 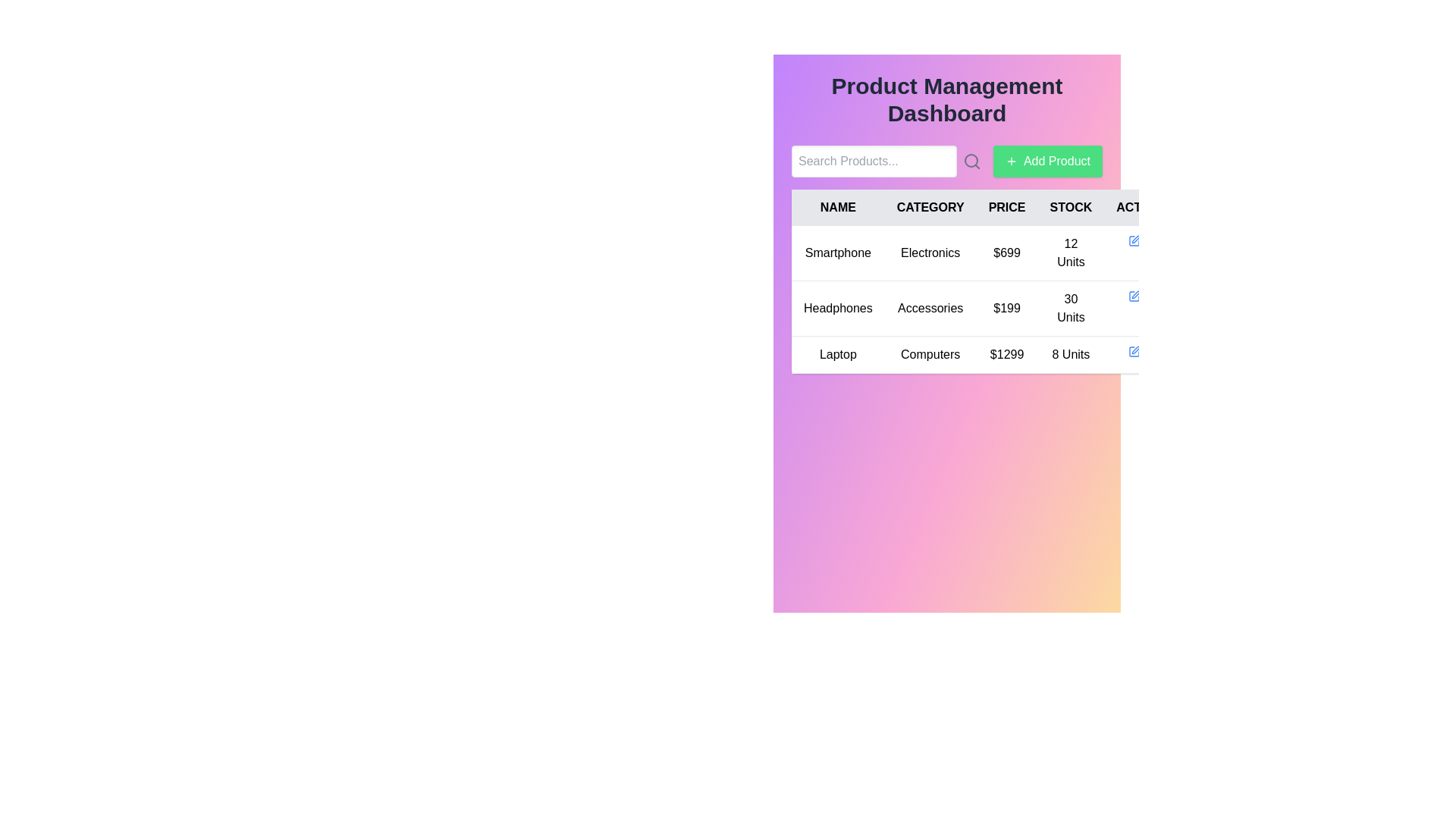 I want to click on the static text displaying the price value of the item 'Smartphone' in the 'Electronics' category, located in the third column of the first row in the product inventory table, so click(x=1007, y=253).